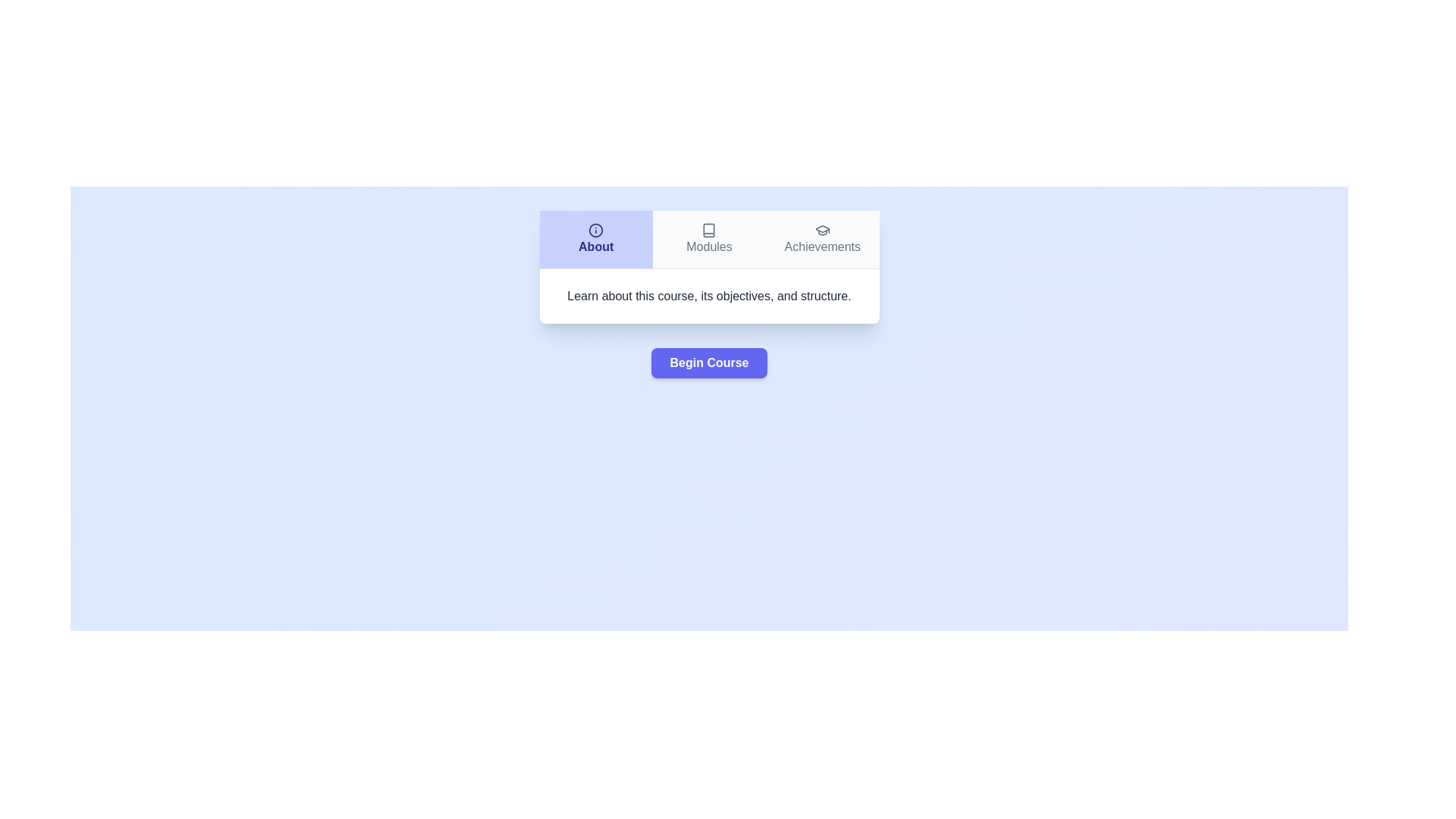 The image size is (1456, 819). Describe the element at coordinates (708, 362) in the screenshot. I see `'Begin Course' button` at that location.